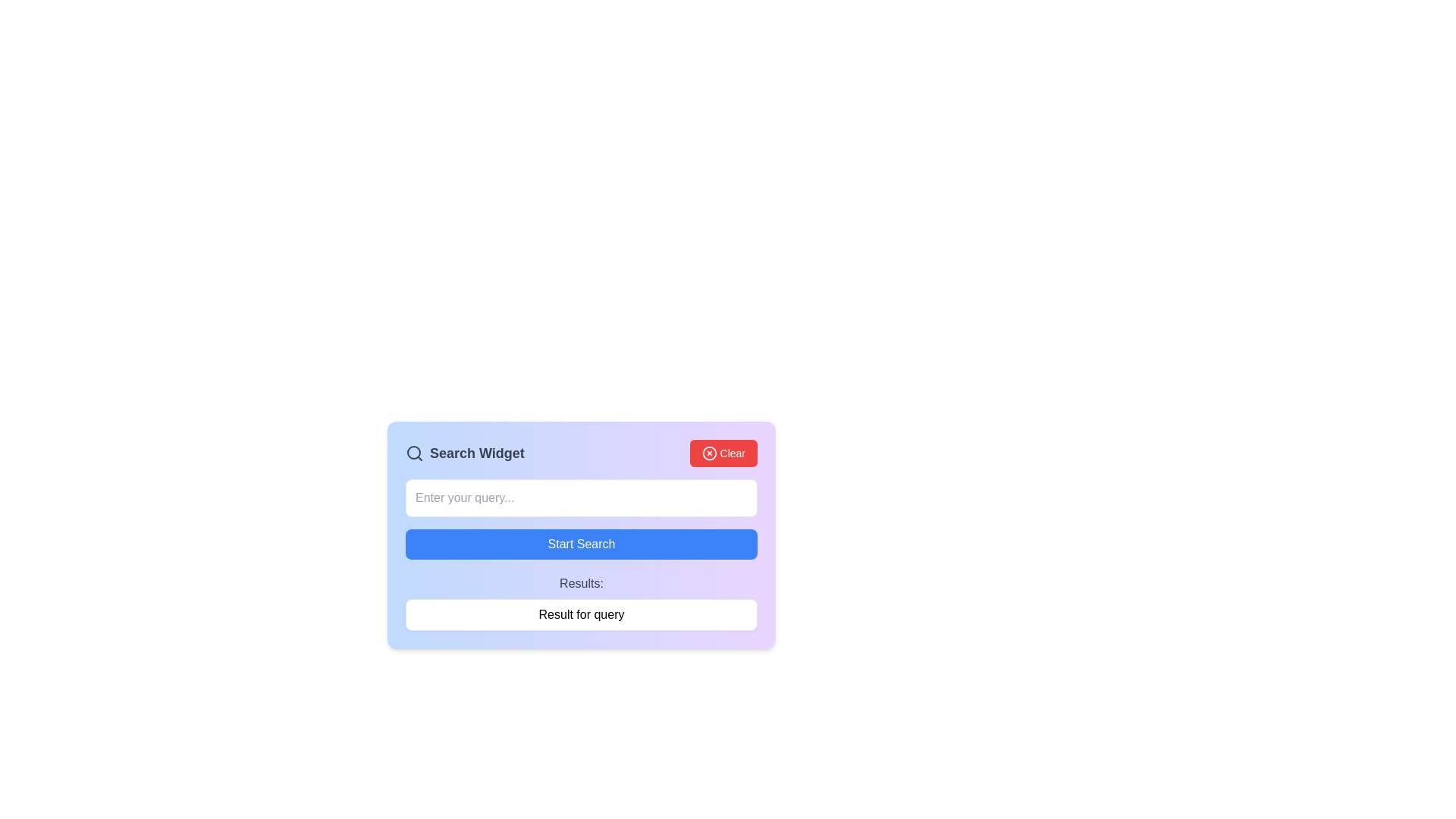 This screenshot has width=1456, height=819. I want to click on the text input box located beneath the 'Search Widget' title and beside the red 'Clear' button to observe any hover effects, so click(581, 497).